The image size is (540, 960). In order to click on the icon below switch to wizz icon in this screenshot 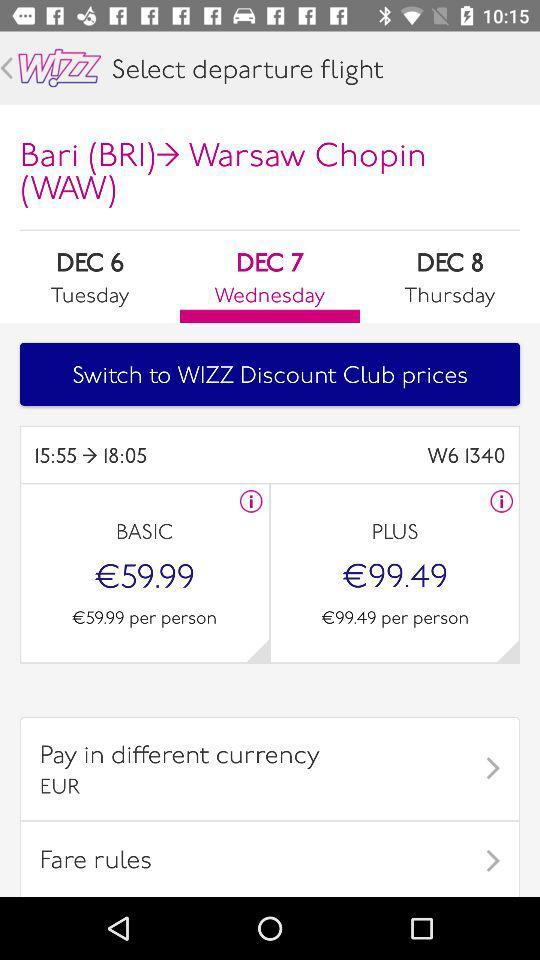, I will do `click(387, 455)`.